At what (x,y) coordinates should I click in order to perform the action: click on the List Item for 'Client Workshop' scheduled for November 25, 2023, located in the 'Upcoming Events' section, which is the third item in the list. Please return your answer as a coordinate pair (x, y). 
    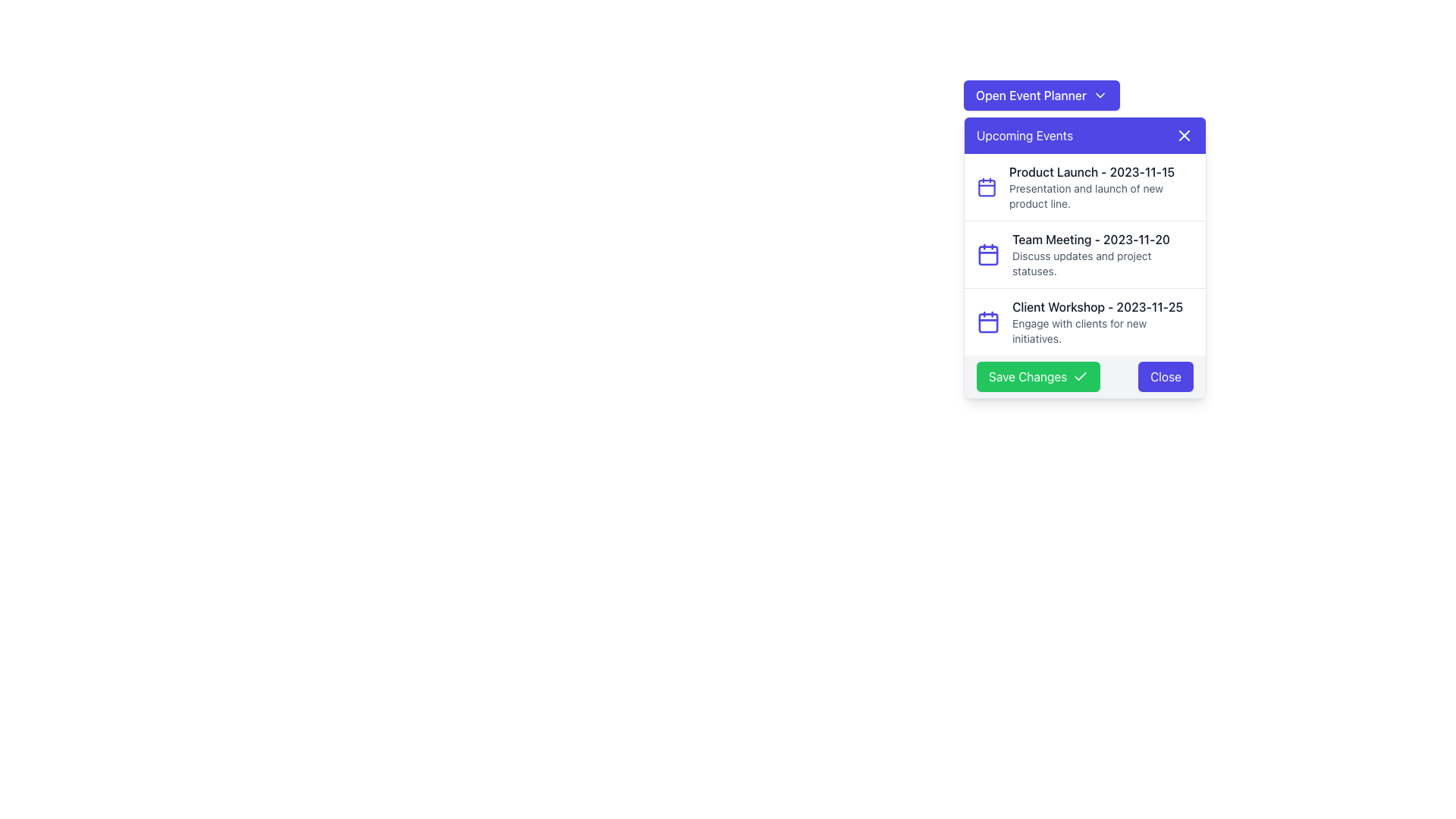
    Looking at the image, I should click on (1084, 321).